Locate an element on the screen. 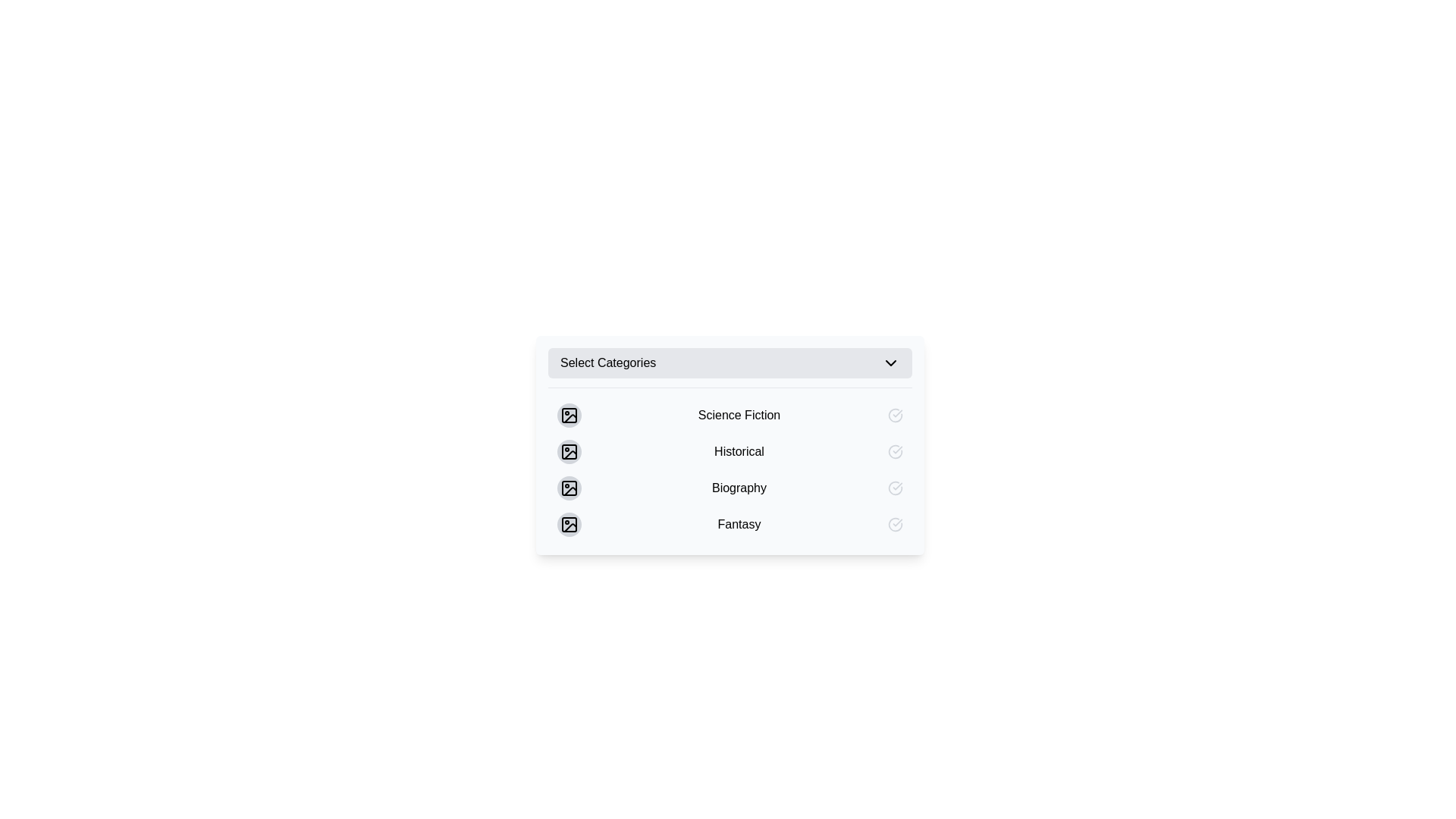 The image size is (1456, 819). the Checkmark icon representing the selection state of the 'Biography' category is located at coordinates (895, 488).